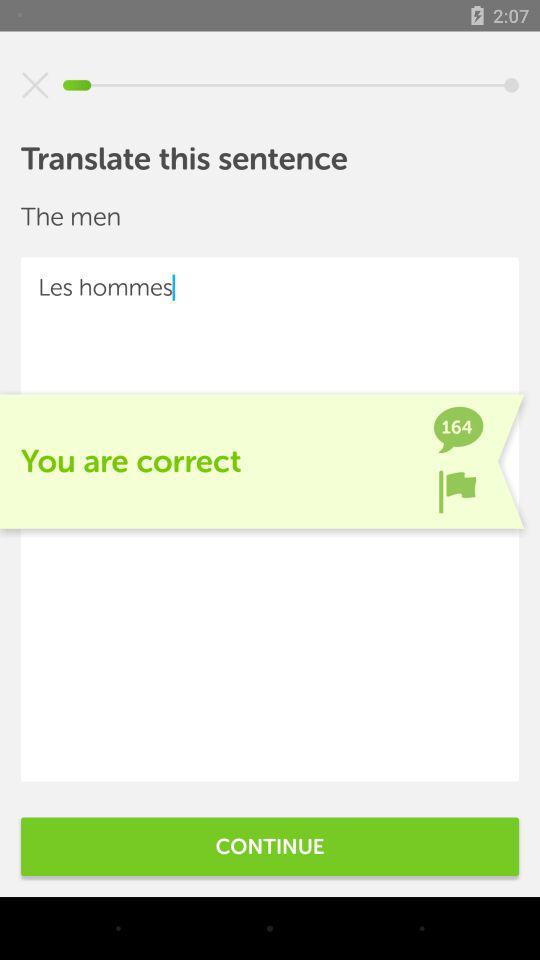 Image resolution: width=540 pixels, height=960 pixels. Describe the element at coordinates (35, 85) in the screenshot. I see `the icon above the translate this sentence` at that location.